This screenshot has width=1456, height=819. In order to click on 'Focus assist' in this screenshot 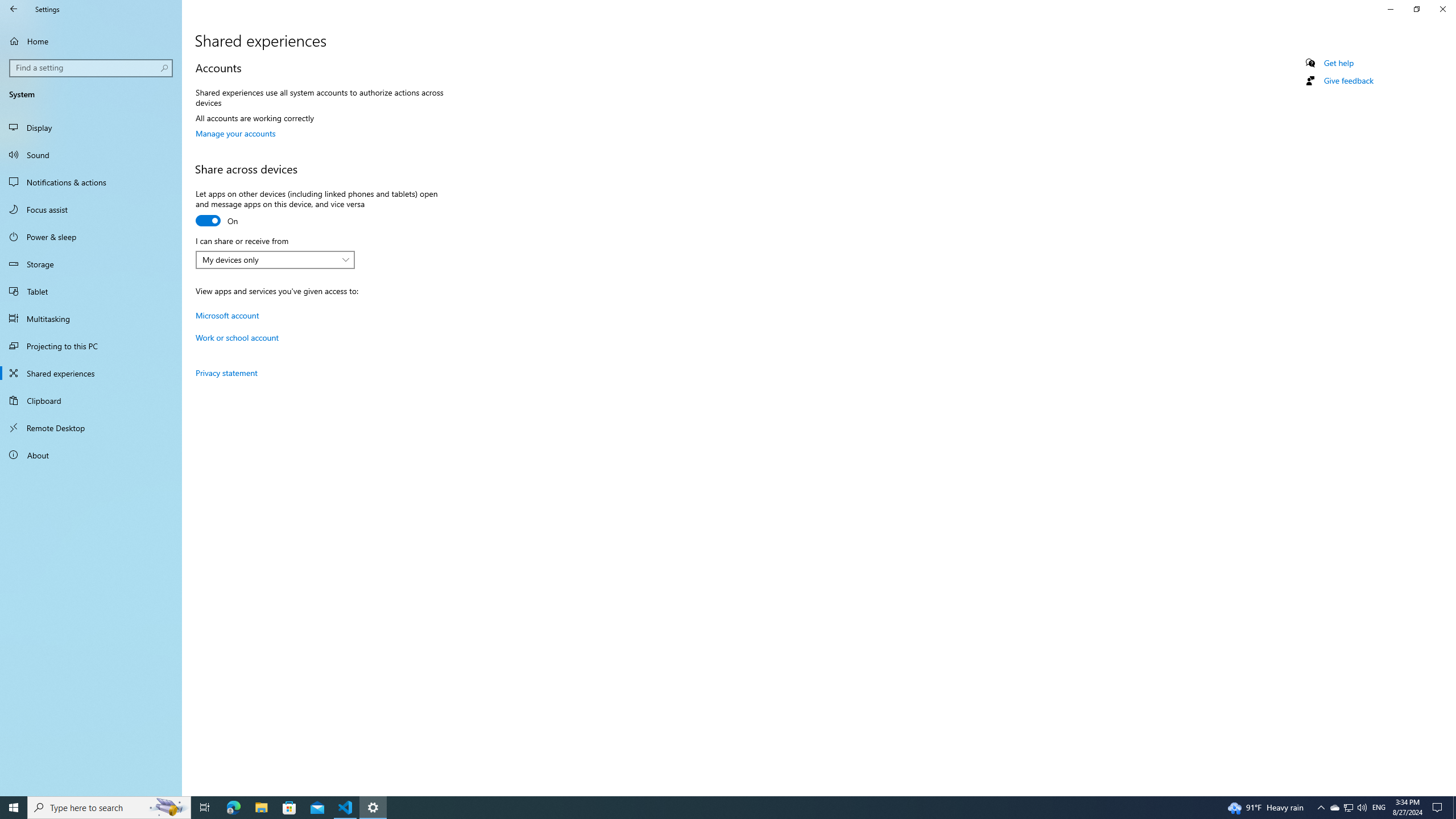, I will do `click(90, 209)`.